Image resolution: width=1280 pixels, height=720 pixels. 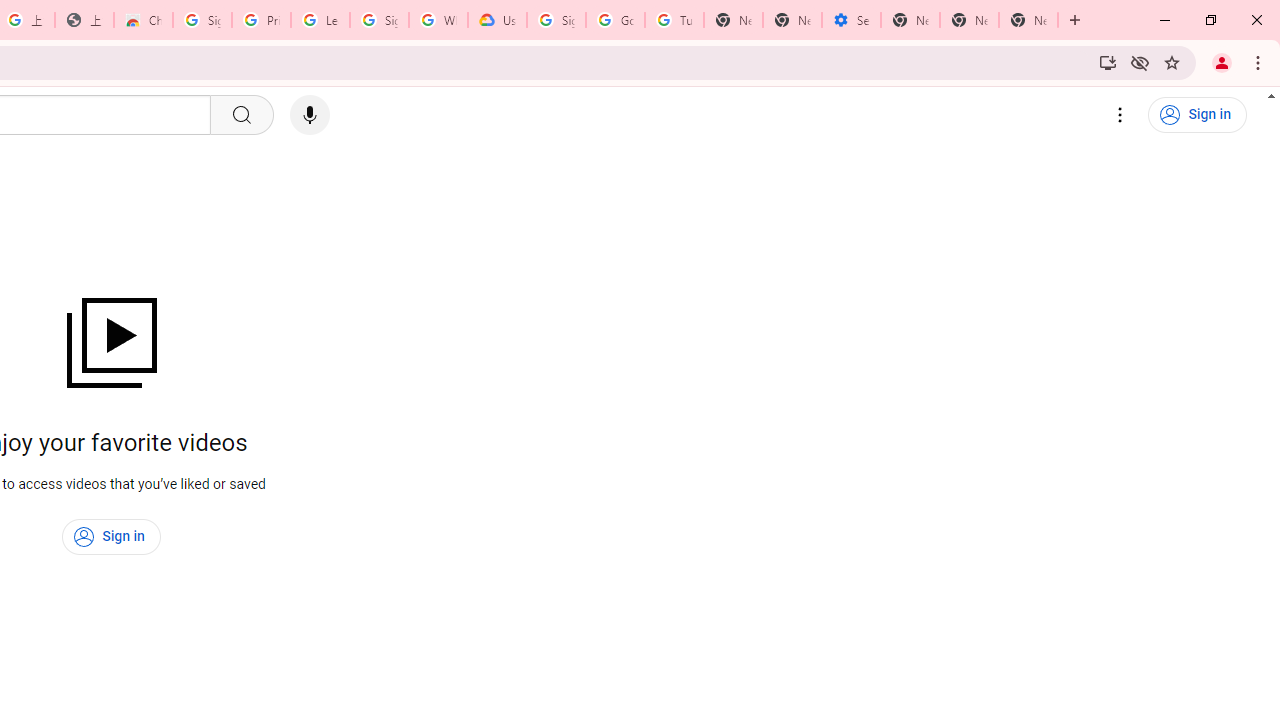 I want to click on 'Install YouTube', so click(x=1106, y=61).